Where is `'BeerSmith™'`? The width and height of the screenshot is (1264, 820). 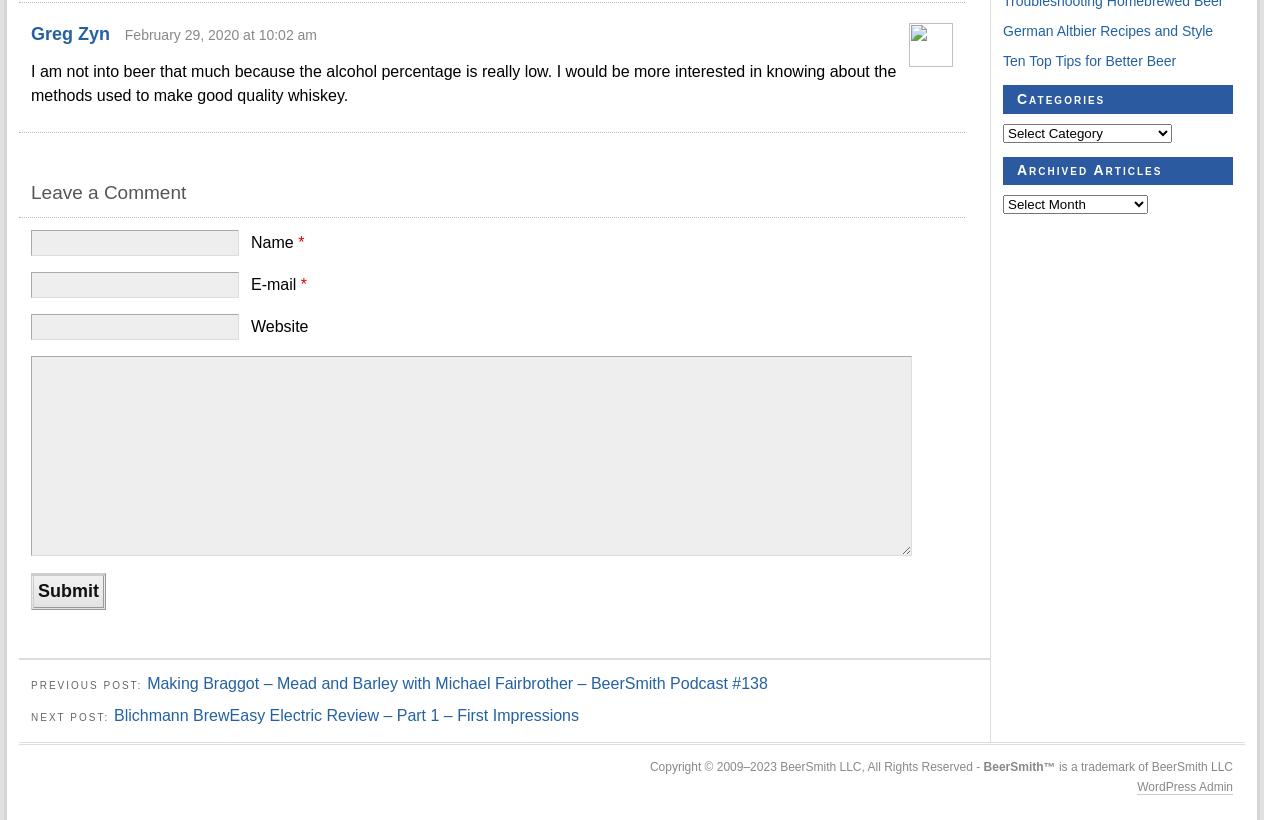 'BeerSmith™' is located at coordinates (1018, 764).